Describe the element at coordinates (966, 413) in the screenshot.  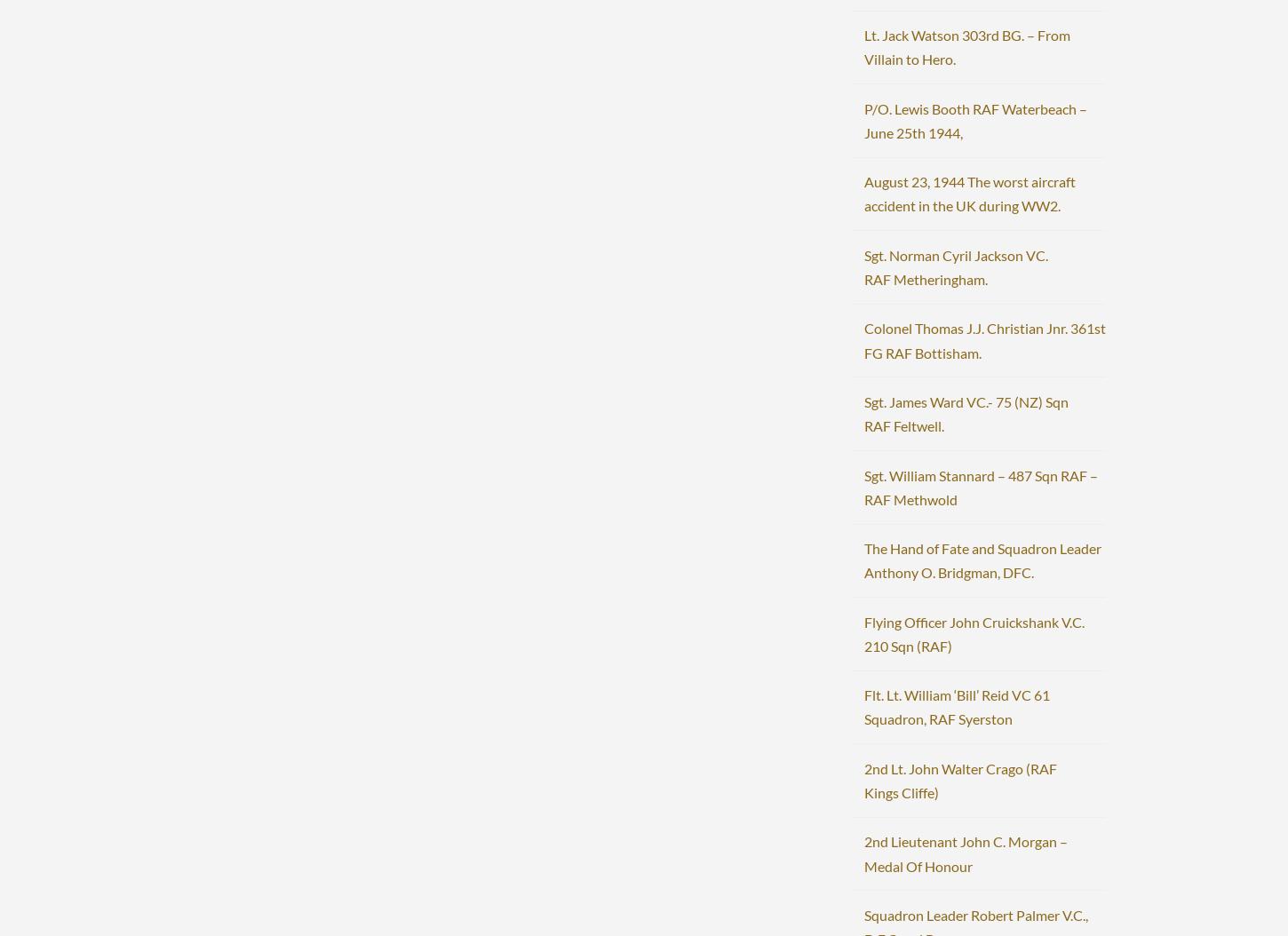
I see `'Sgt. James Ward VC.- 75 (NZ) Sqn RAF Feltwell.'` at that location.